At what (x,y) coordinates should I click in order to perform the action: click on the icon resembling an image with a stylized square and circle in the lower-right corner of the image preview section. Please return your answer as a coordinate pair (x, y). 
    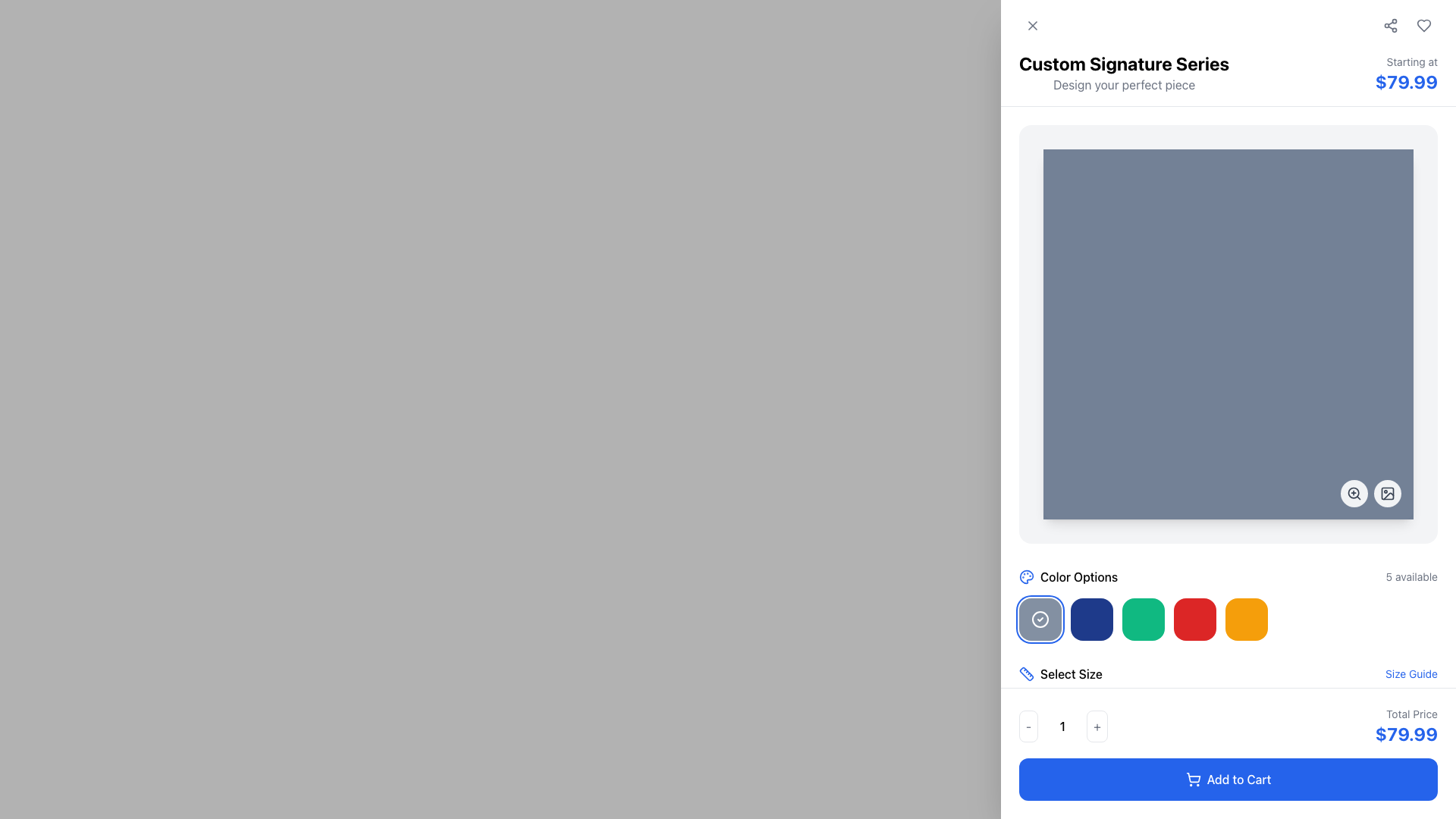
    Looking at the image, I should click on (1387, 494).